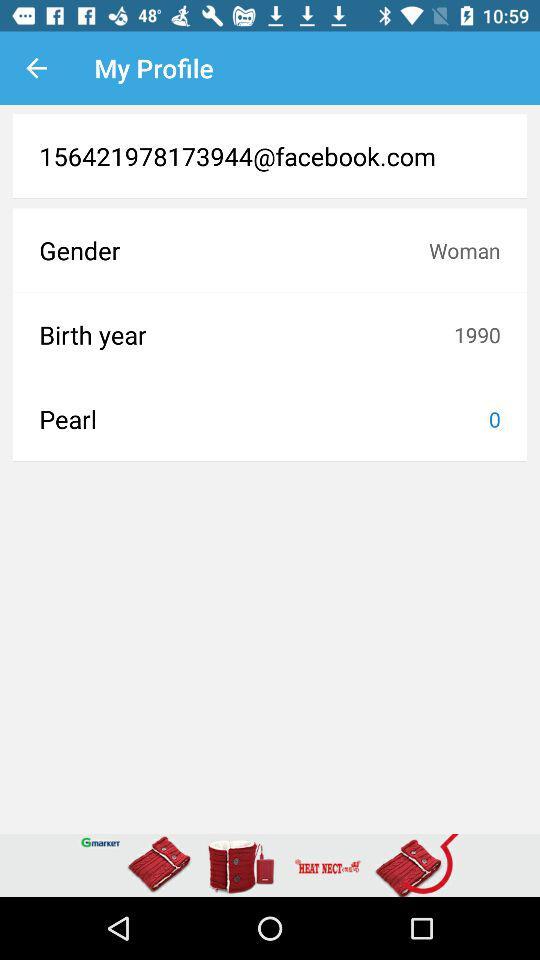 This screenshot has width=540, height=960. I want to click on 1990 icon, so click(476, 334).